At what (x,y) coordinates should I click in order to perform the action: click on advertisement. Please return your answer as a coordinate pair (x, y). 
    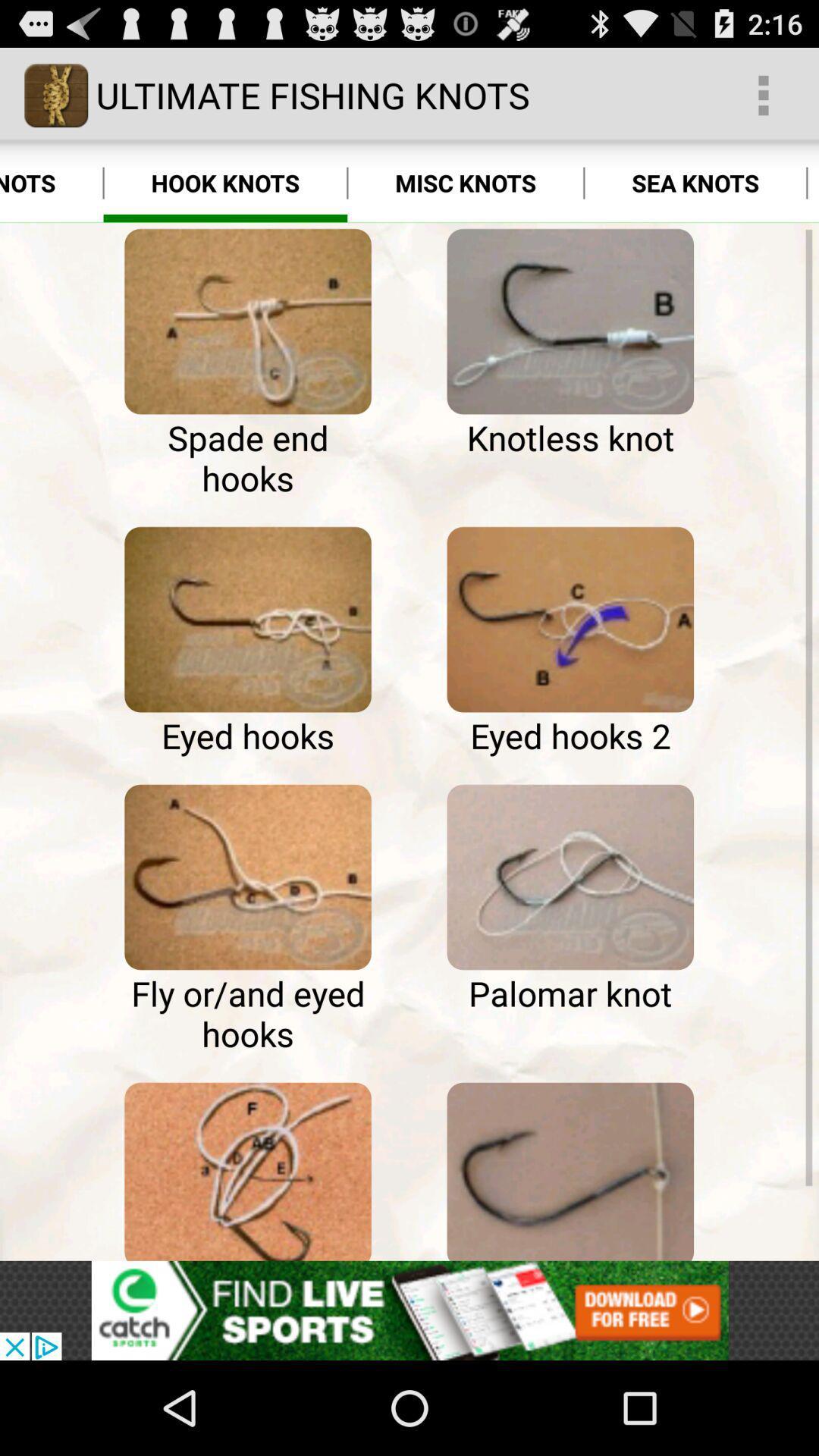
    Looking at the image, I should click on (409, 1310).